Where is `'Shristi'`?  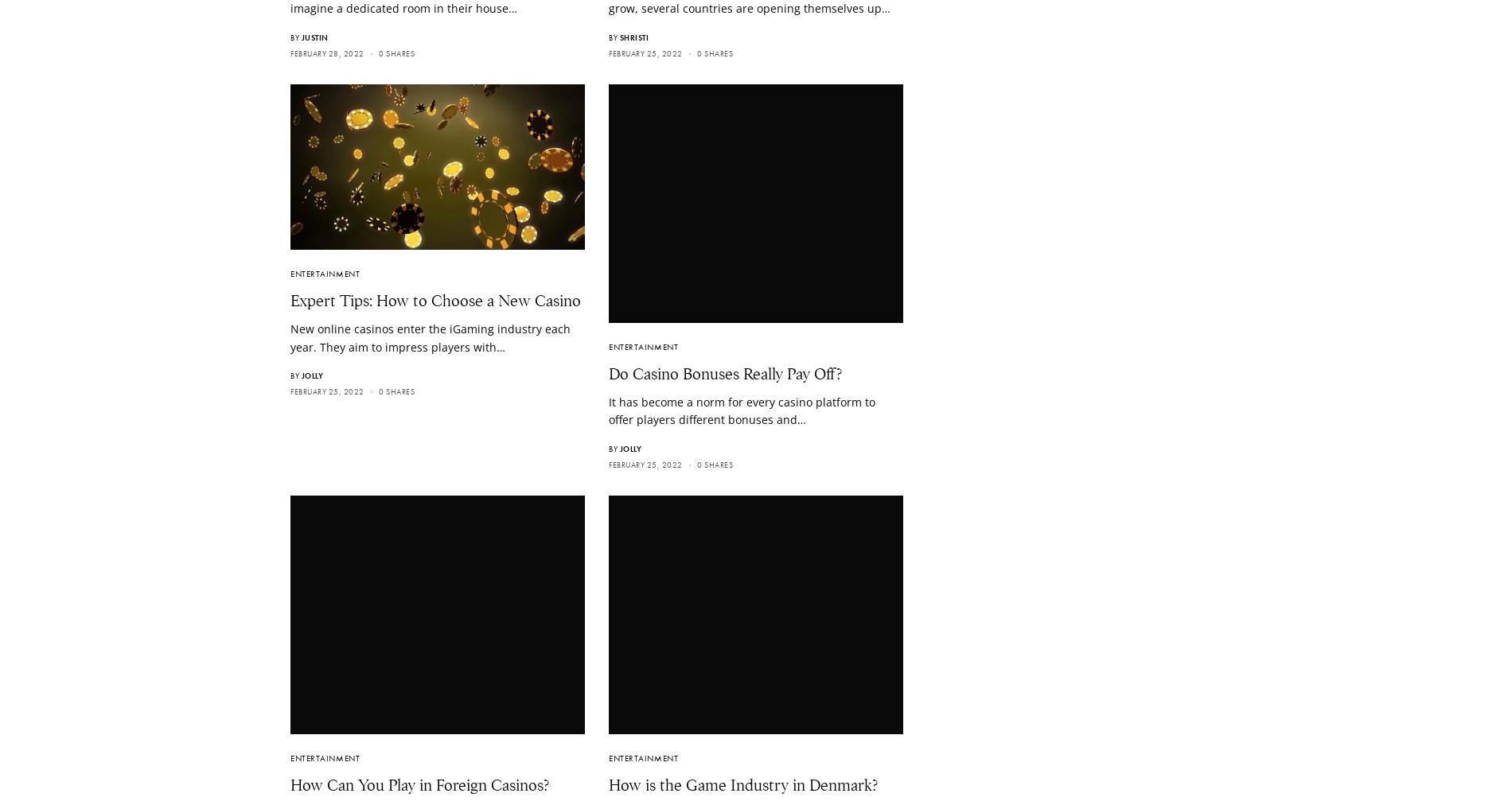
'Shristi' is located at coordinates (618, 36).